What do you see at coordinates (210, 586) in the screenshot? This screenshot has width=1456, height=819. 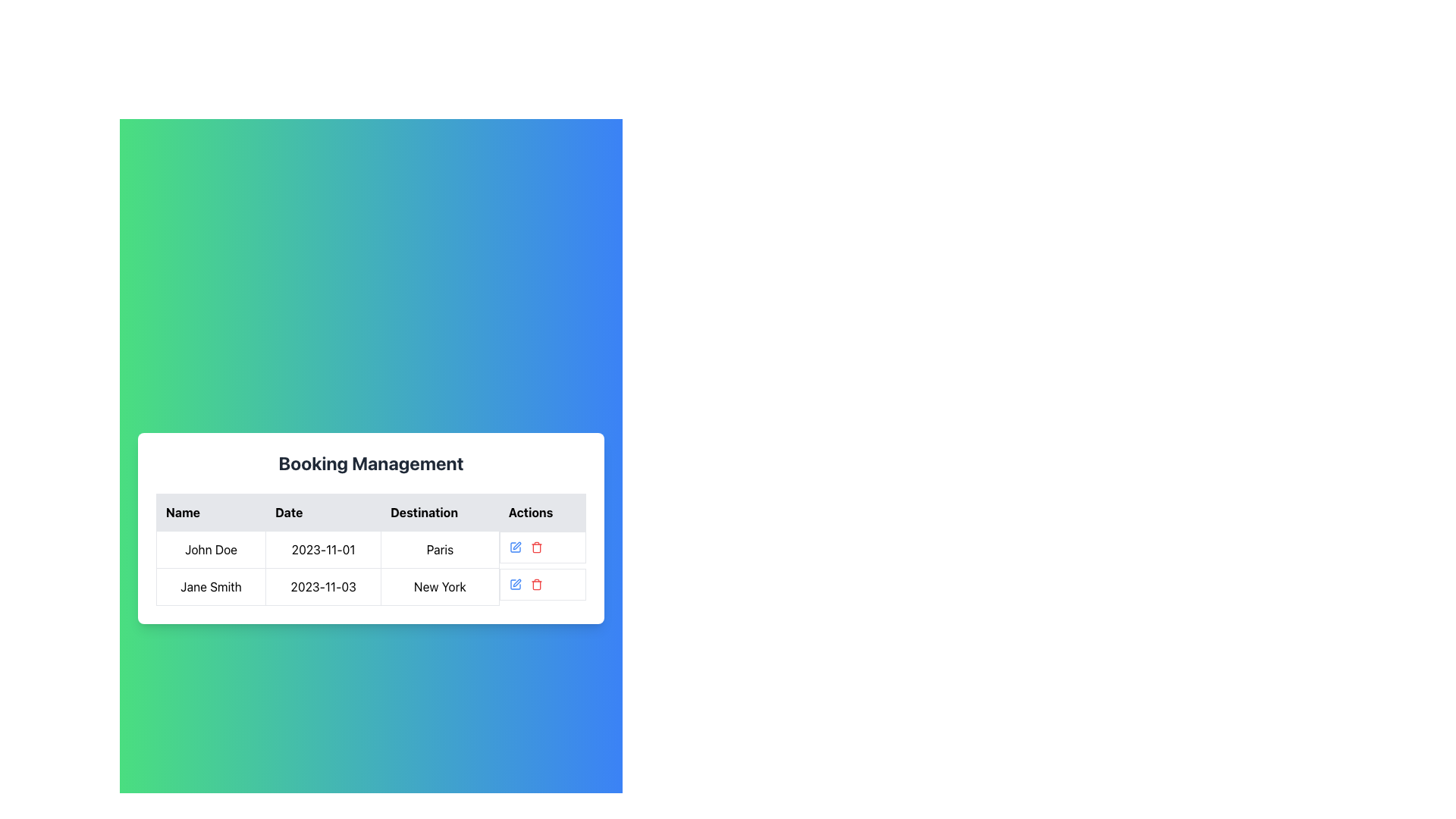 I see `the text element containing 'Jane Smith' located in the second row of the table under the 'Name' column` at bounding box center [210, 586].